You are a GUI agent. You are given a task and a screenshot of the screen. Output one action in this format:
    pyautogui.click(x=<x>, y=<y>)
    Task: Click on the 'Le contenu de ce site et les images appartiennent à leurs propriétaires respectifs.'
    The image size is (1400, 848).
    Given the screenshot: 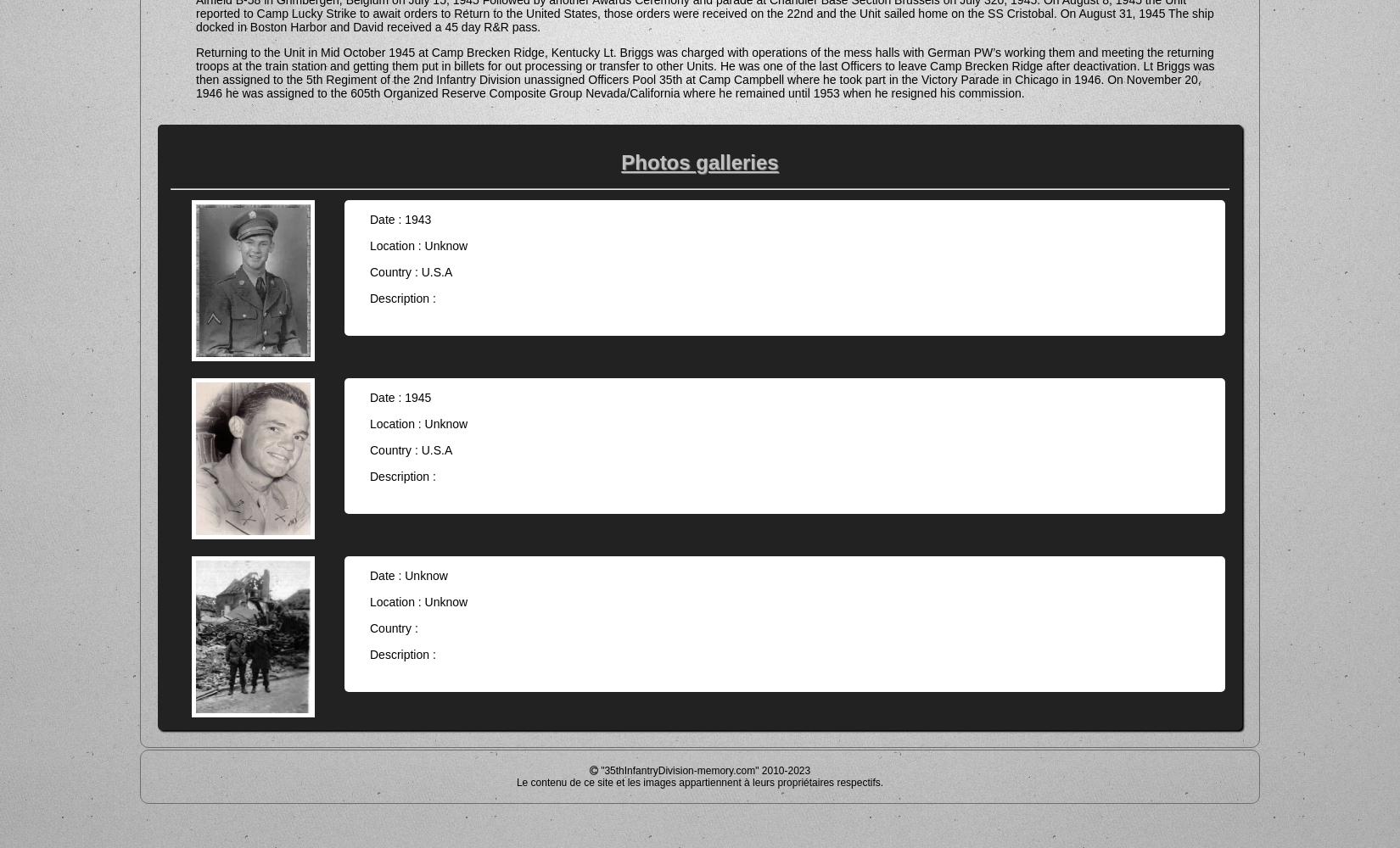 What is the action you would take?
    pyautogui.click(x=698, y=782)
    